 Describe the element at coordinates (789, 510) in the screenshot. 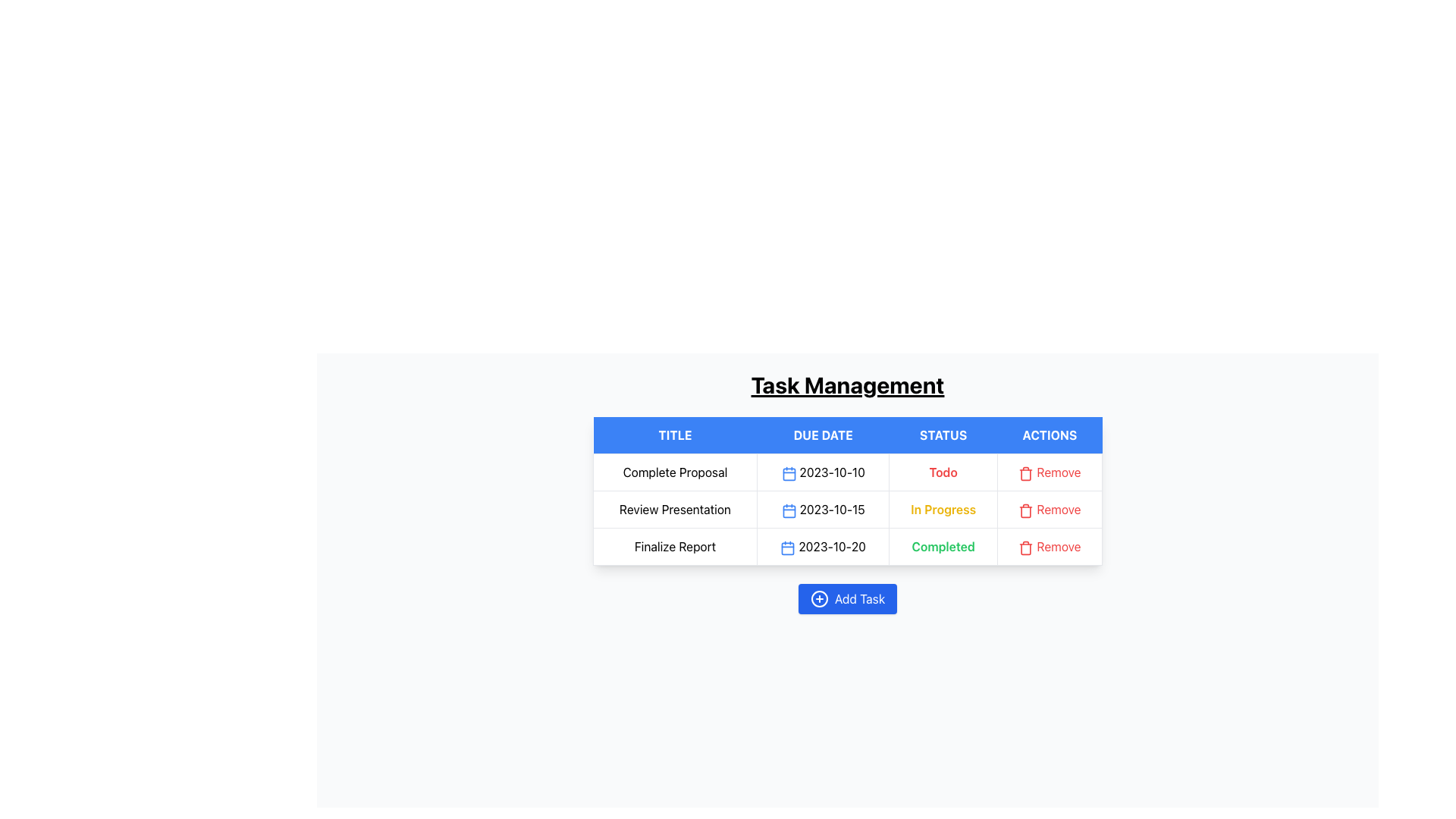

I see `the small blue calendar icon located in the second row of the table under the 'DUE DATE' column, which is positioned to the left of the text '2023-10-15'` at that location.